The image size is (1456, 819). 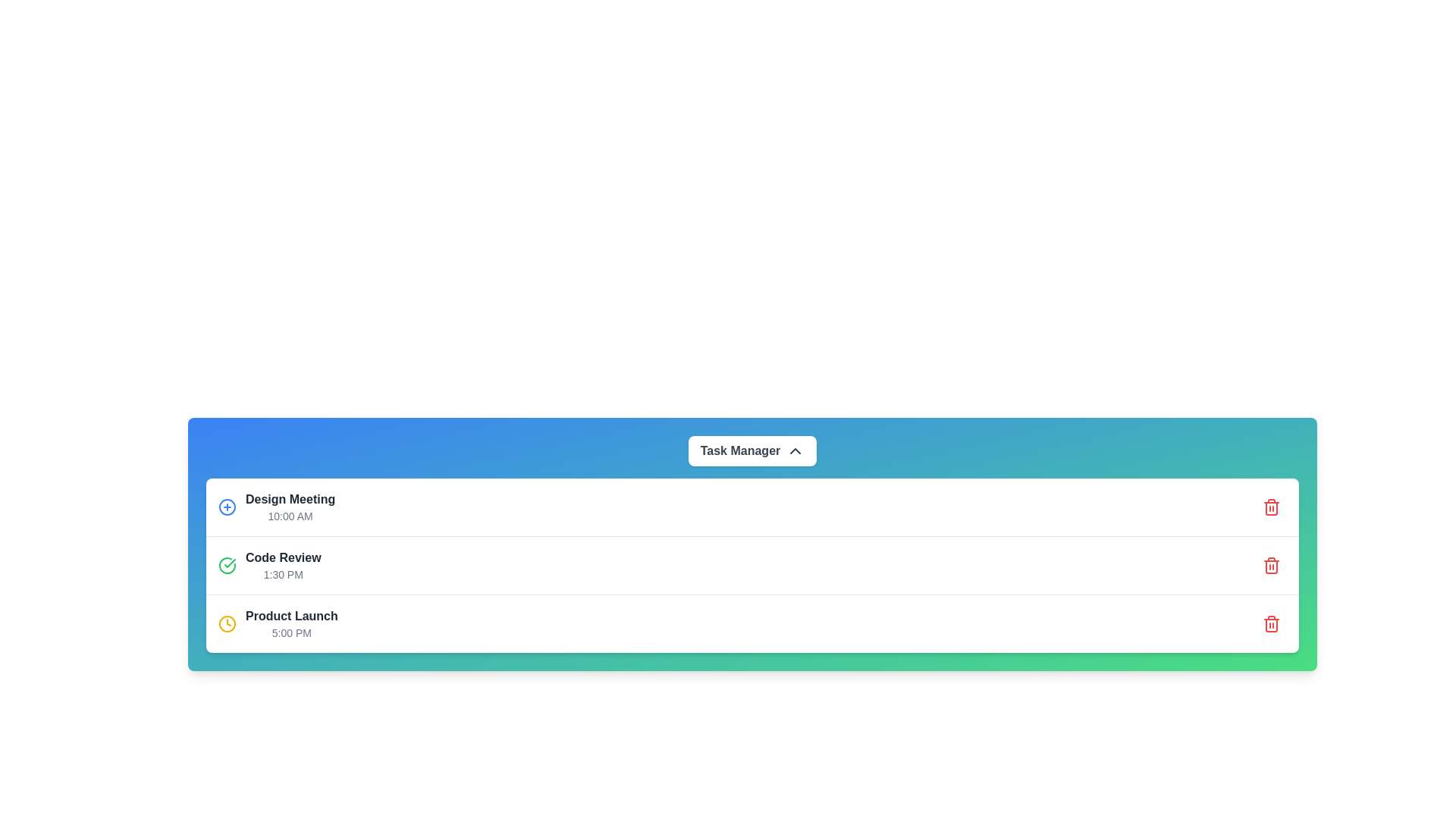 What do you see at coordinates (1271, 565) in the screenshot?
I see `the delete button associated with the task entry labeled 'Code Review'` at bounding box center [1271, 565].